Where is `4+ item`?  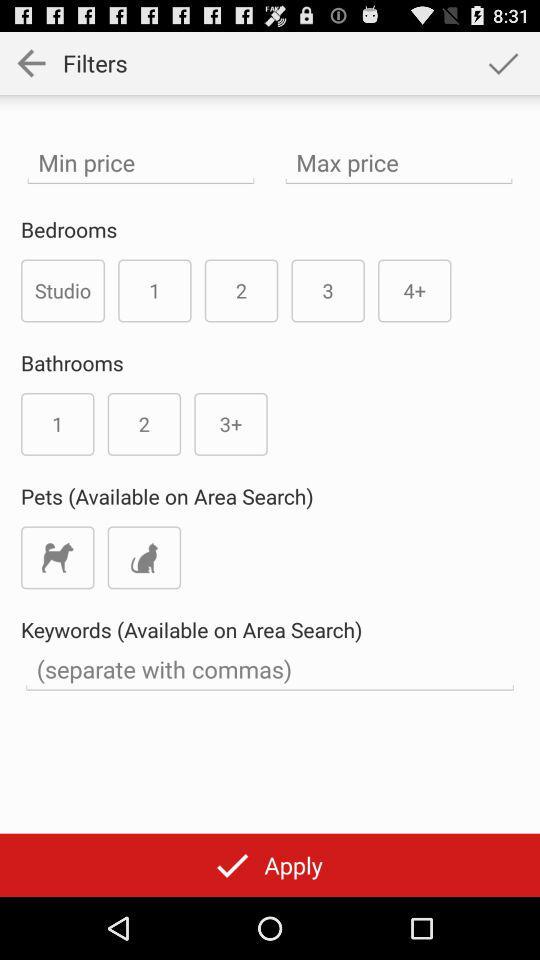 4+ item is located at coordinates (413, 289).